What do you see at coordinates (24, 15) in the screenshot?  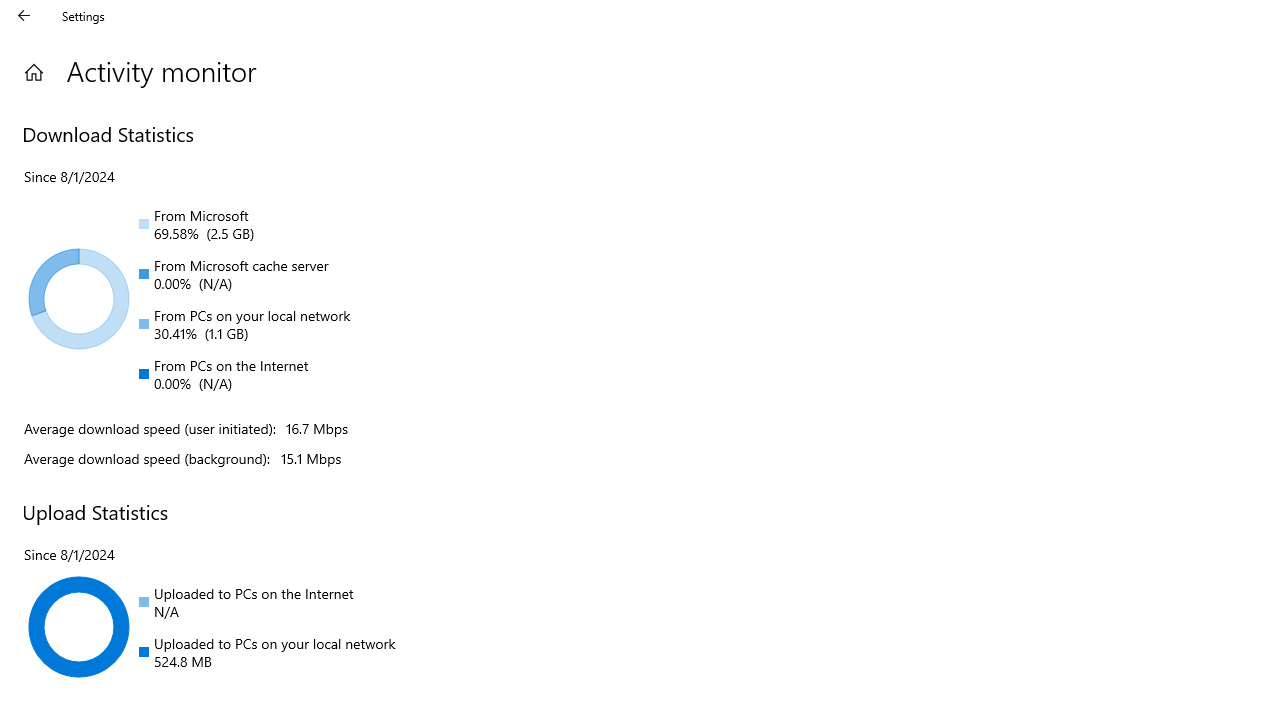 I see `'Back'` at bounding box center [24, 15].